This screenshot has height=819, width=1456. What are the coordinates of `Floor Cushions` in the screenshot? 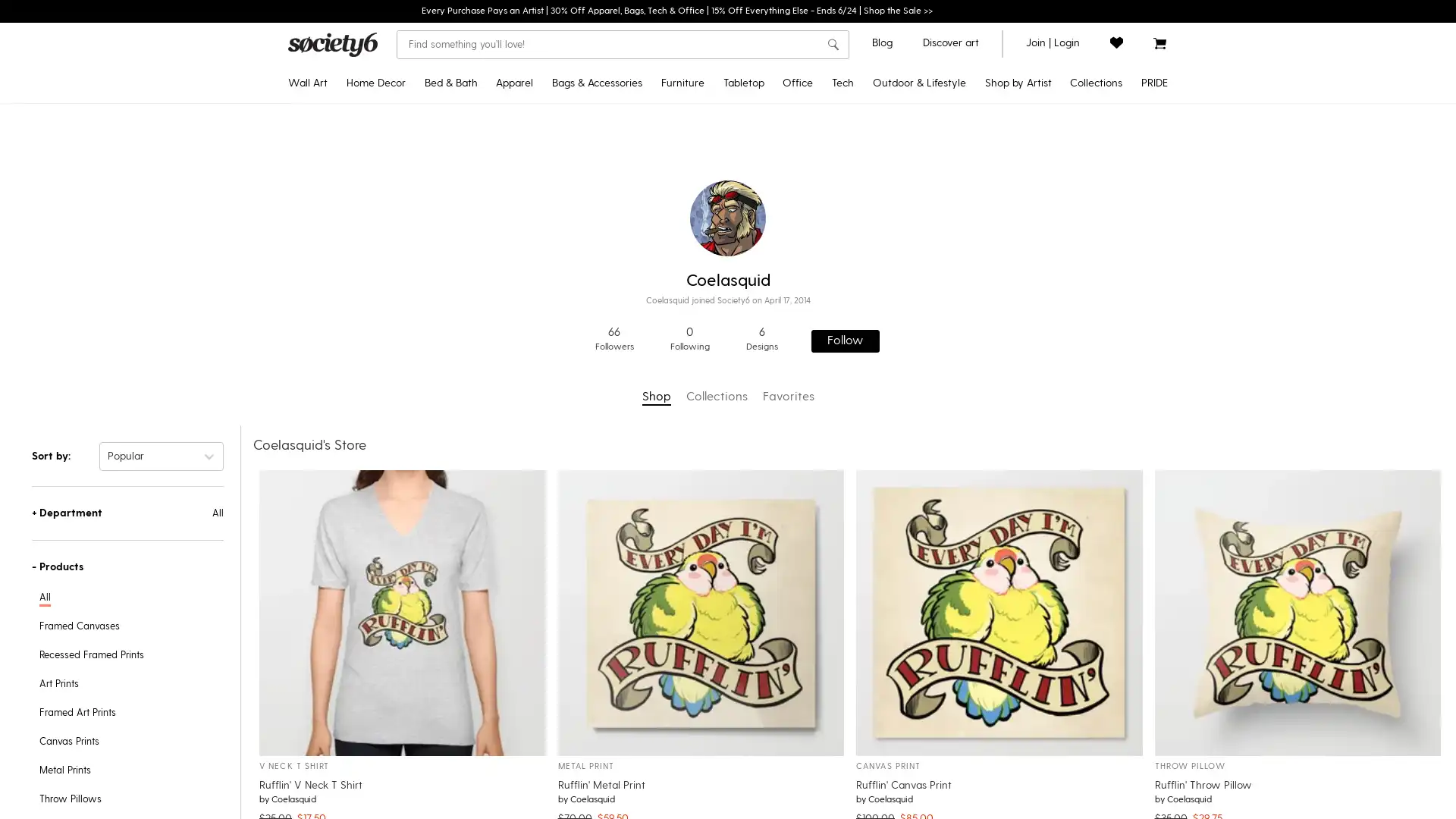 It's located at (939, 439).